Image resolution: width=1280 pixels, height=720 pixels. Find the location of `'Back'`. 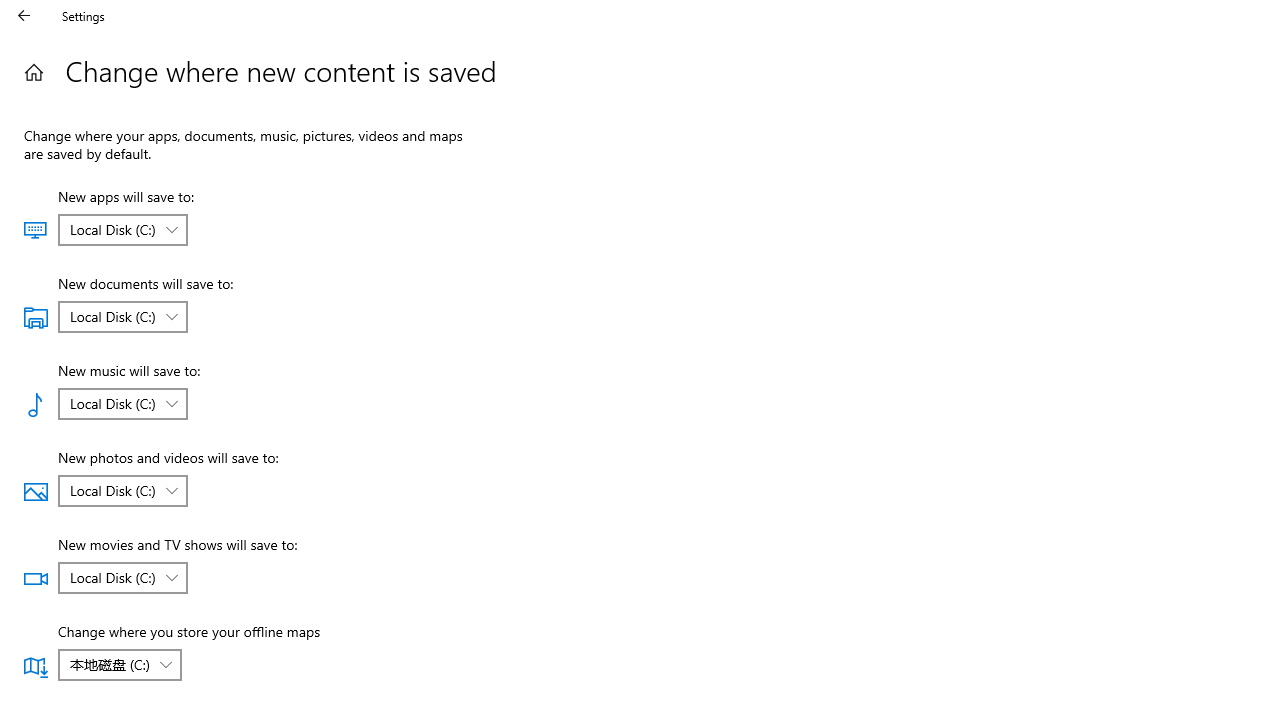

'Back' is located at coordinates (24, 15).